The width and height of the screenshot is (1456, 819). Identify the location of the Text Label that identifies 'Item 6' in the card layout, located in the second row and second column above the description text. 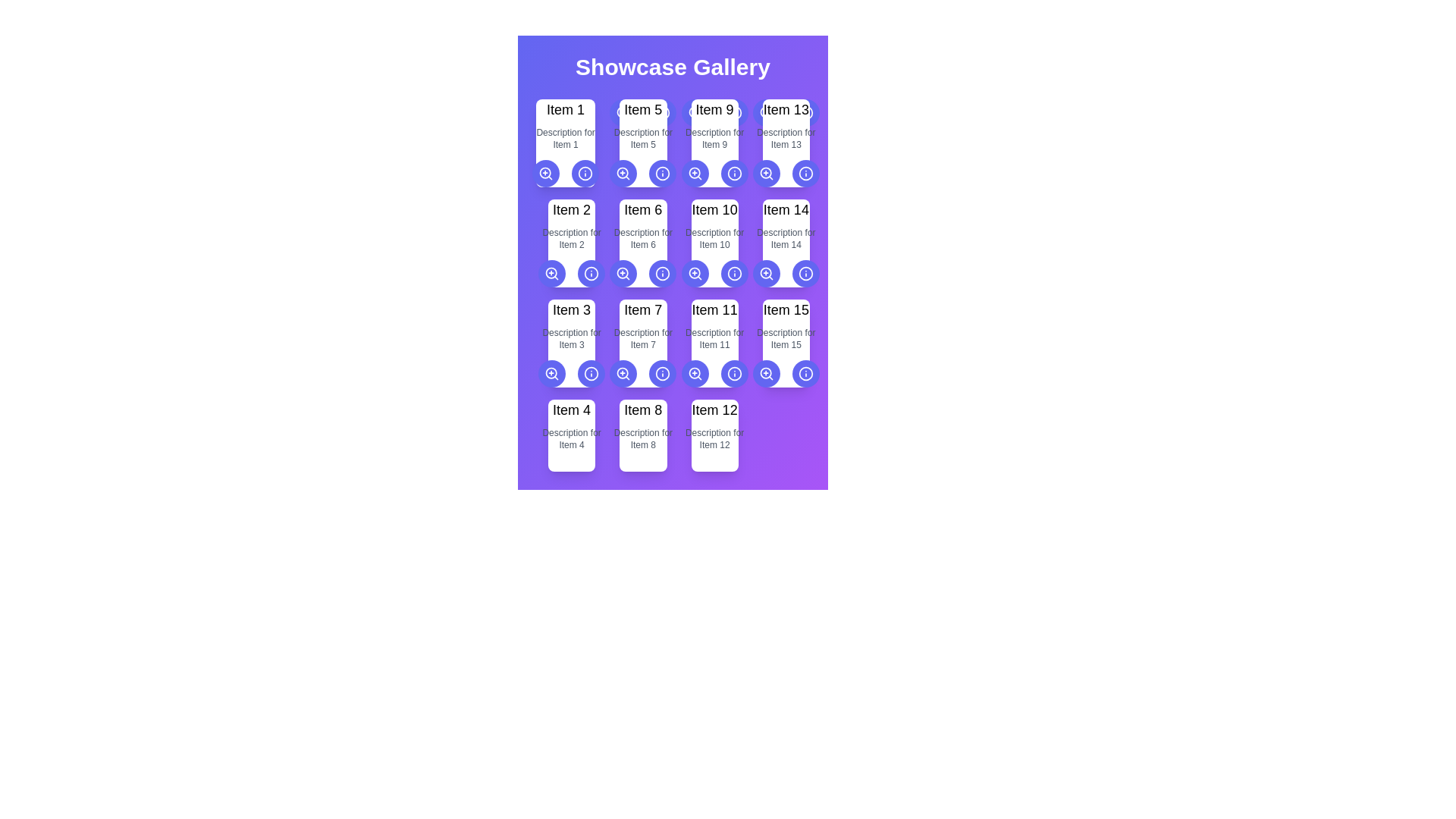
(643, 210).